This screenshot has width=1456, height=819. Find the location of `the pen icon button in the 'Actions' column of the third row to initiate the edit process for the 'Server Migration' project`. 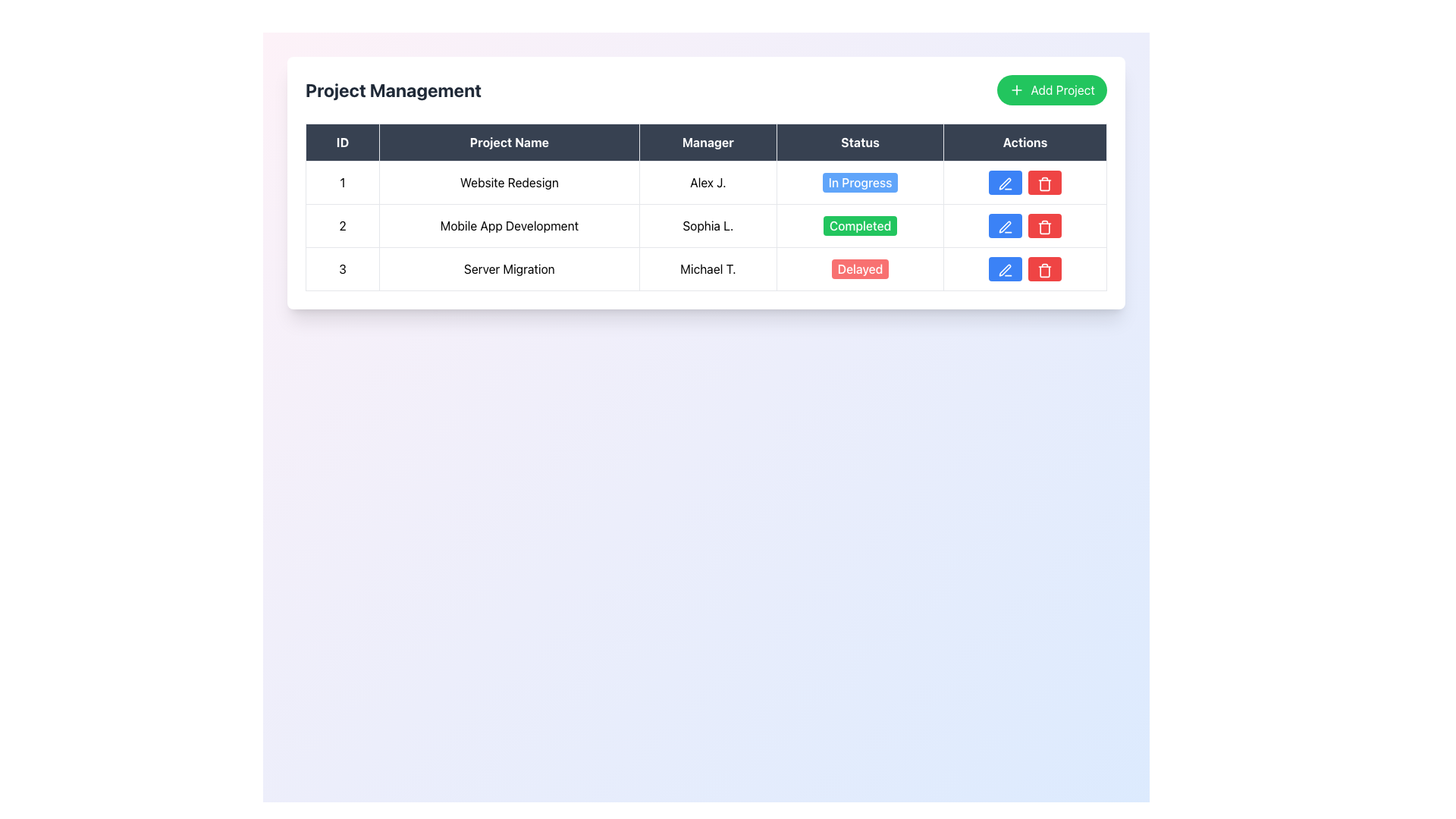

the pen icon button in the 'Actions' column of the third row to initiate the edit process for the 'Server Migration' project is located at coordinates (1005, 269).